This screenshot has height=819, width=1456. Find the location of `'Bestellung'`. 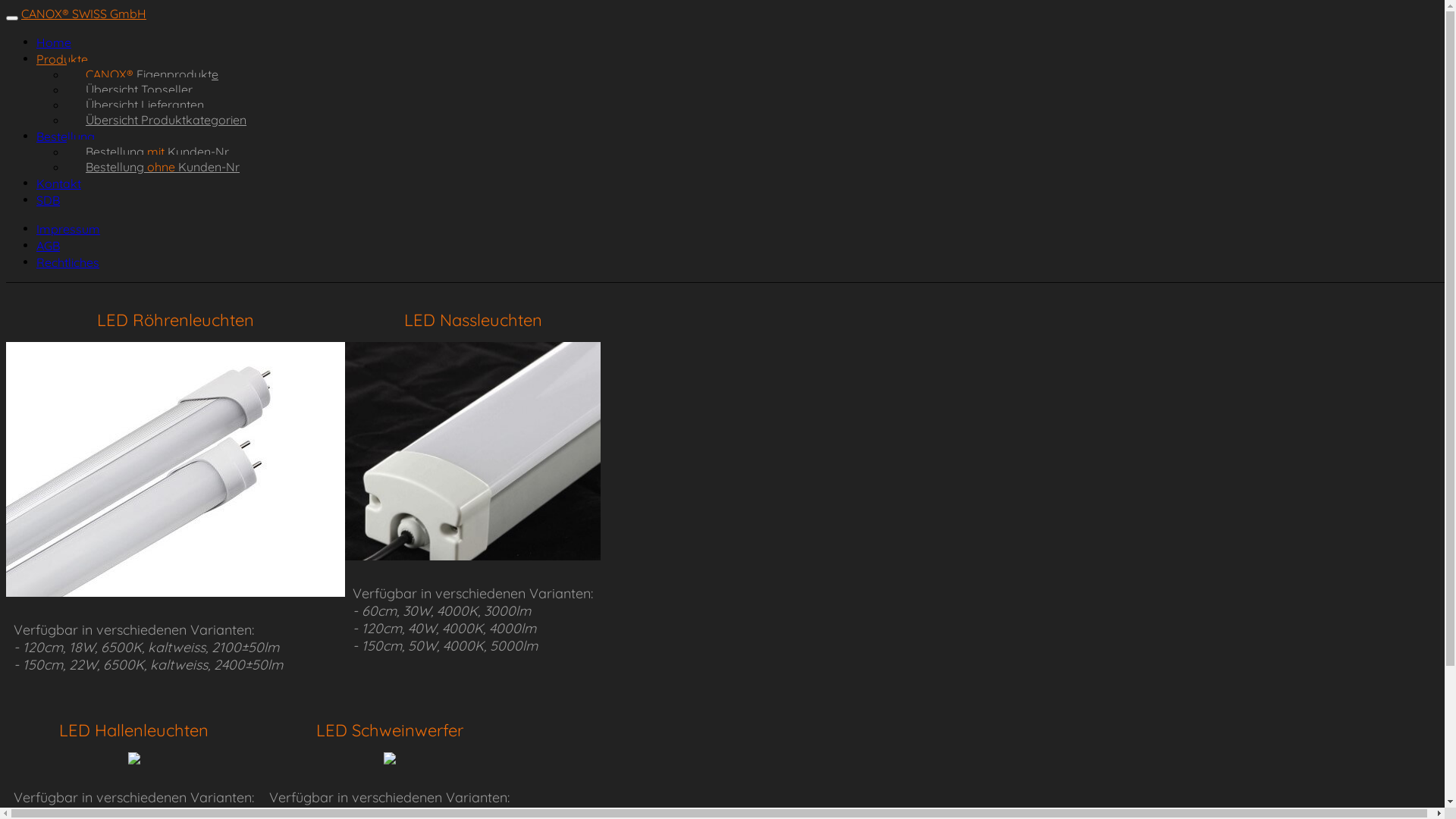

'Bestellung' is located at coordinates (64, 136).